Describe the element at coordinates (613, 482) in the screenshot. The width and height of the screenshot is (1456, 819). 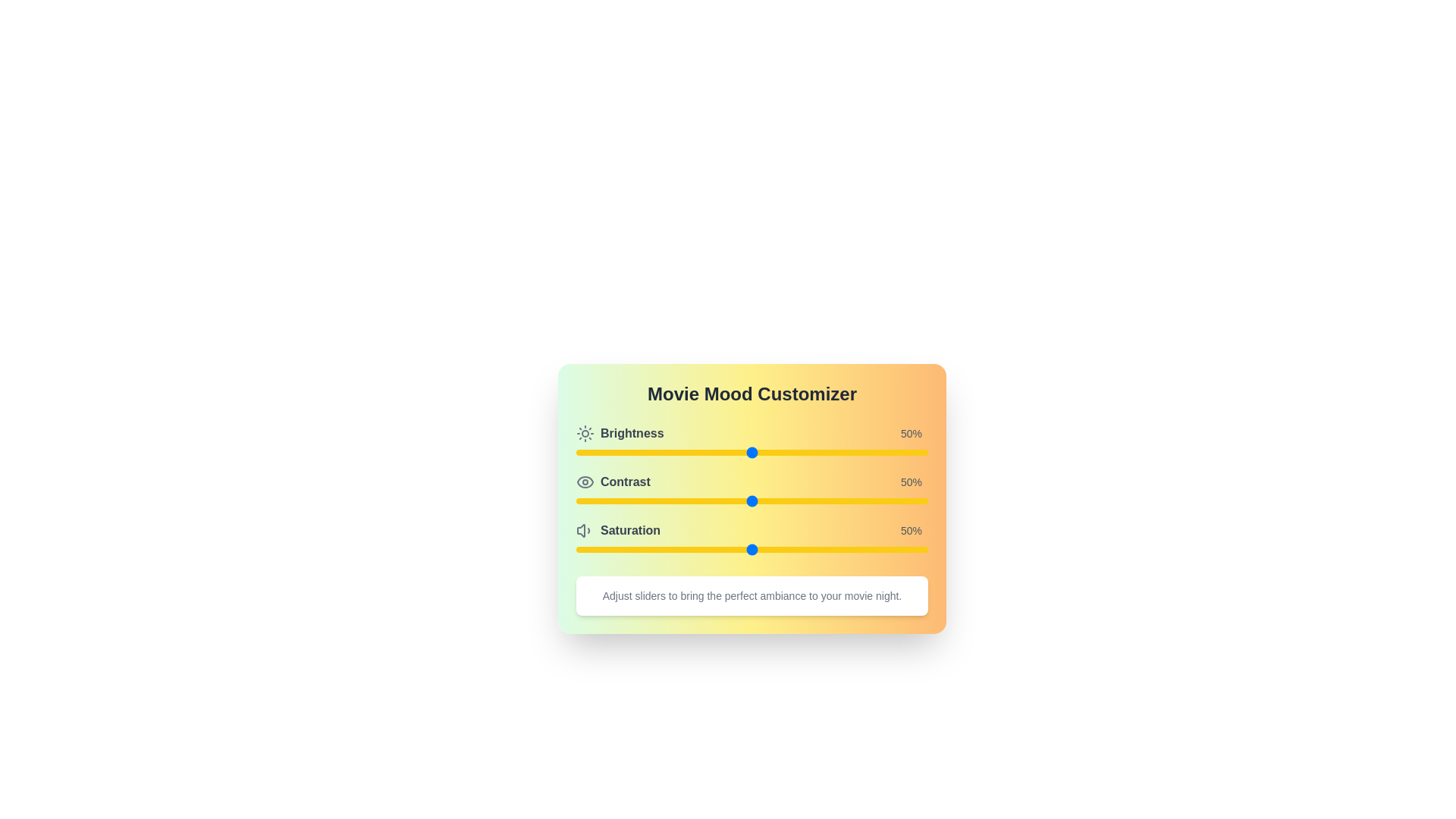
I see `the 'Contrast' label, which is styled in bold dark-gray font and features an eye icon` at that location.